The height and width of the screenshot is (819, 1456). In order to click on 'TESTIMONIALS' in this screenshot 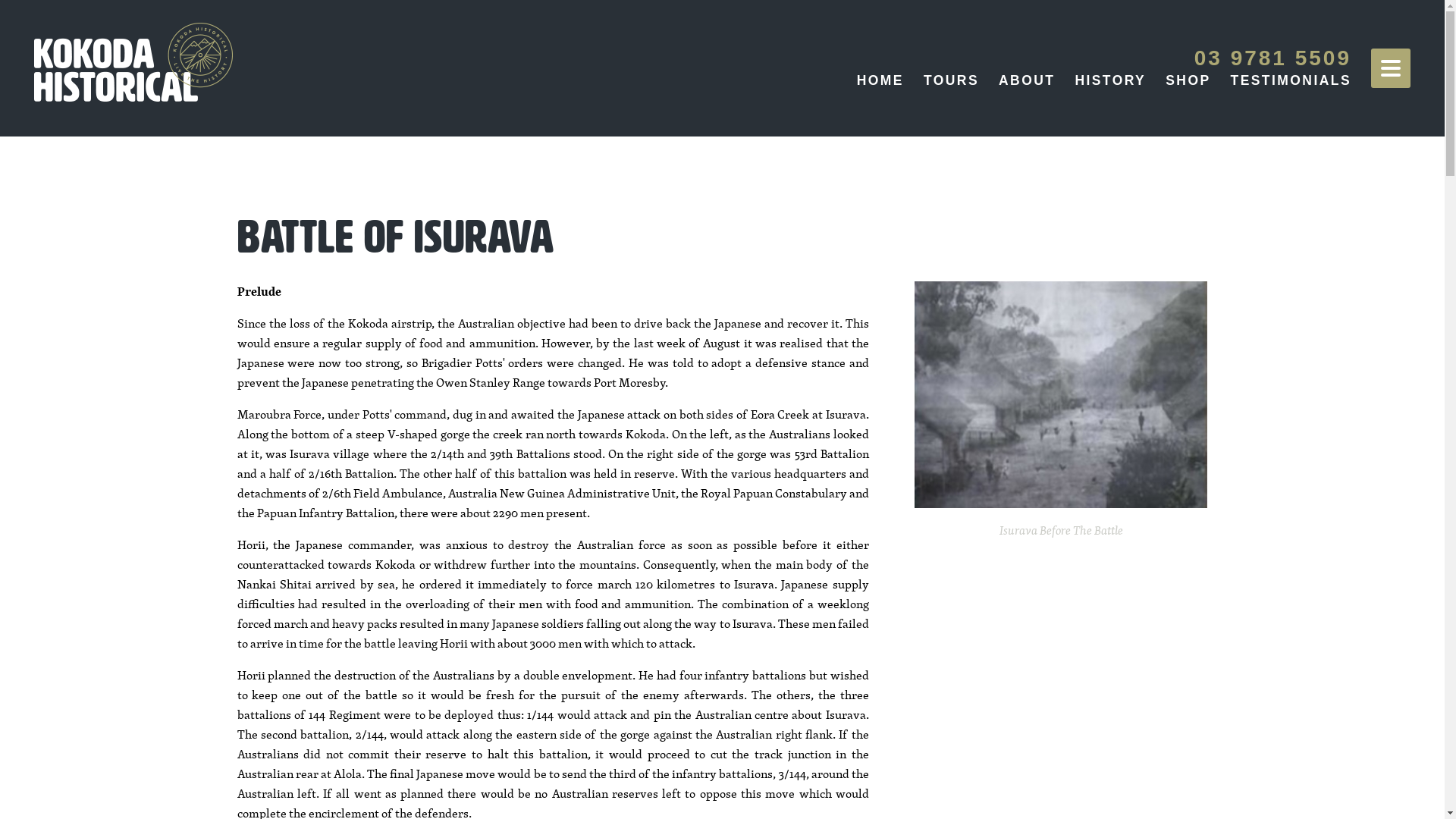, I will do `click(1290, 80)`.